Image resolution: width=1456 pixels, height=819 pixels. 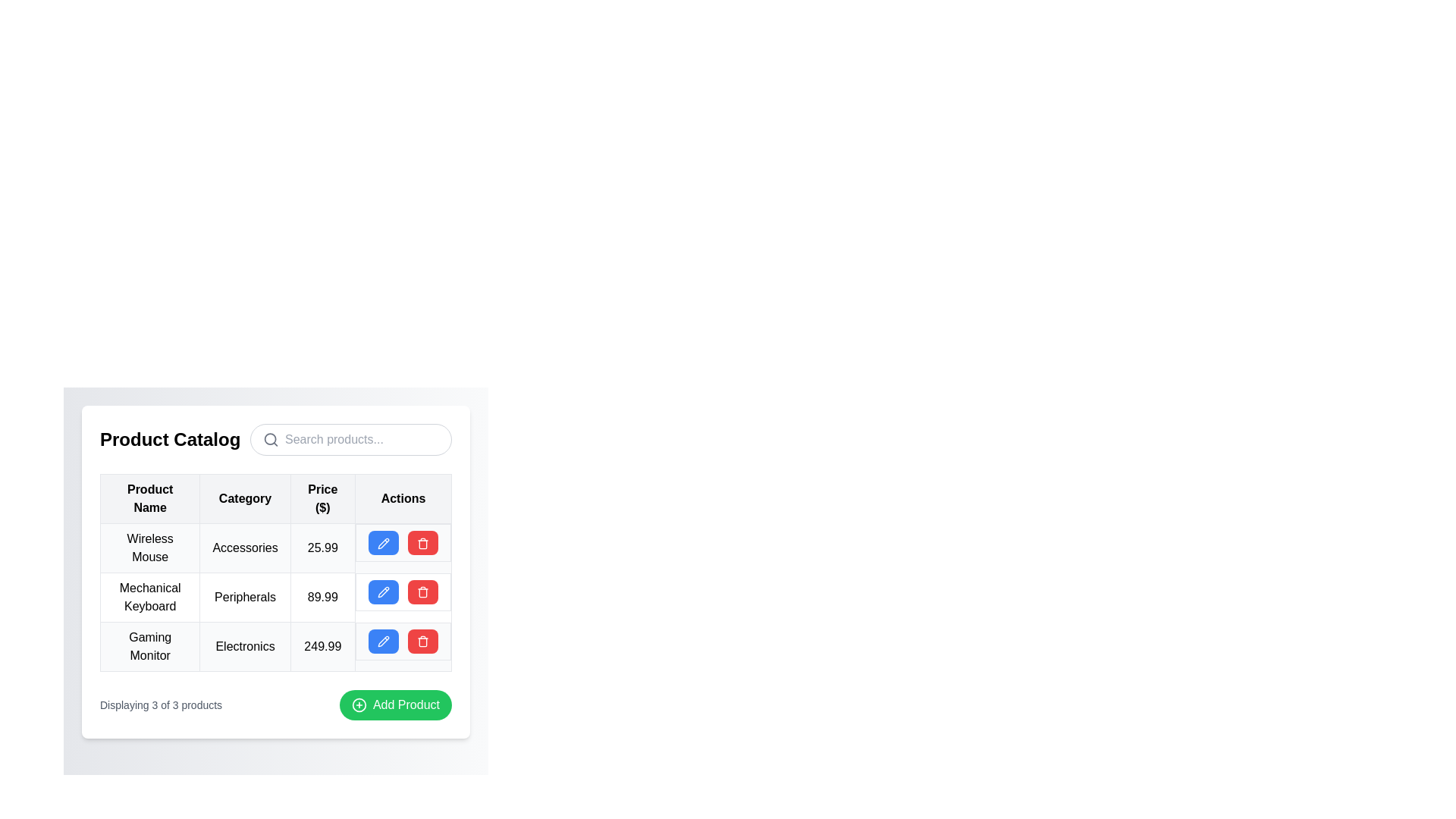 I want to click on the text label displaying the category of the product 'Gaming Monitor' in the second cell of the 'Category' column of the table, so click(x=245, y=646).